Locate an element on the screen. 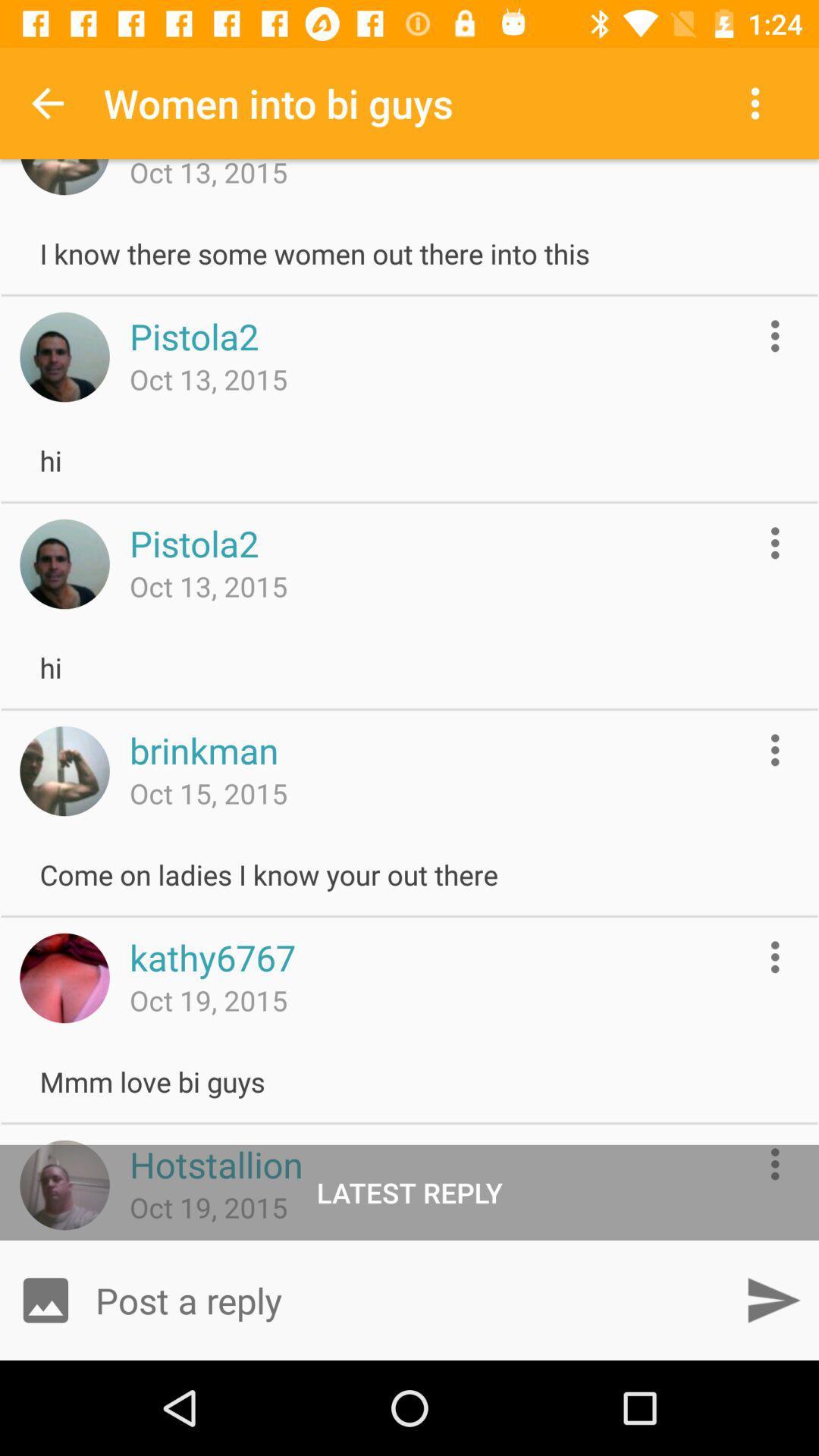  item next to women into bi icon is located at coordinates (759, 102).